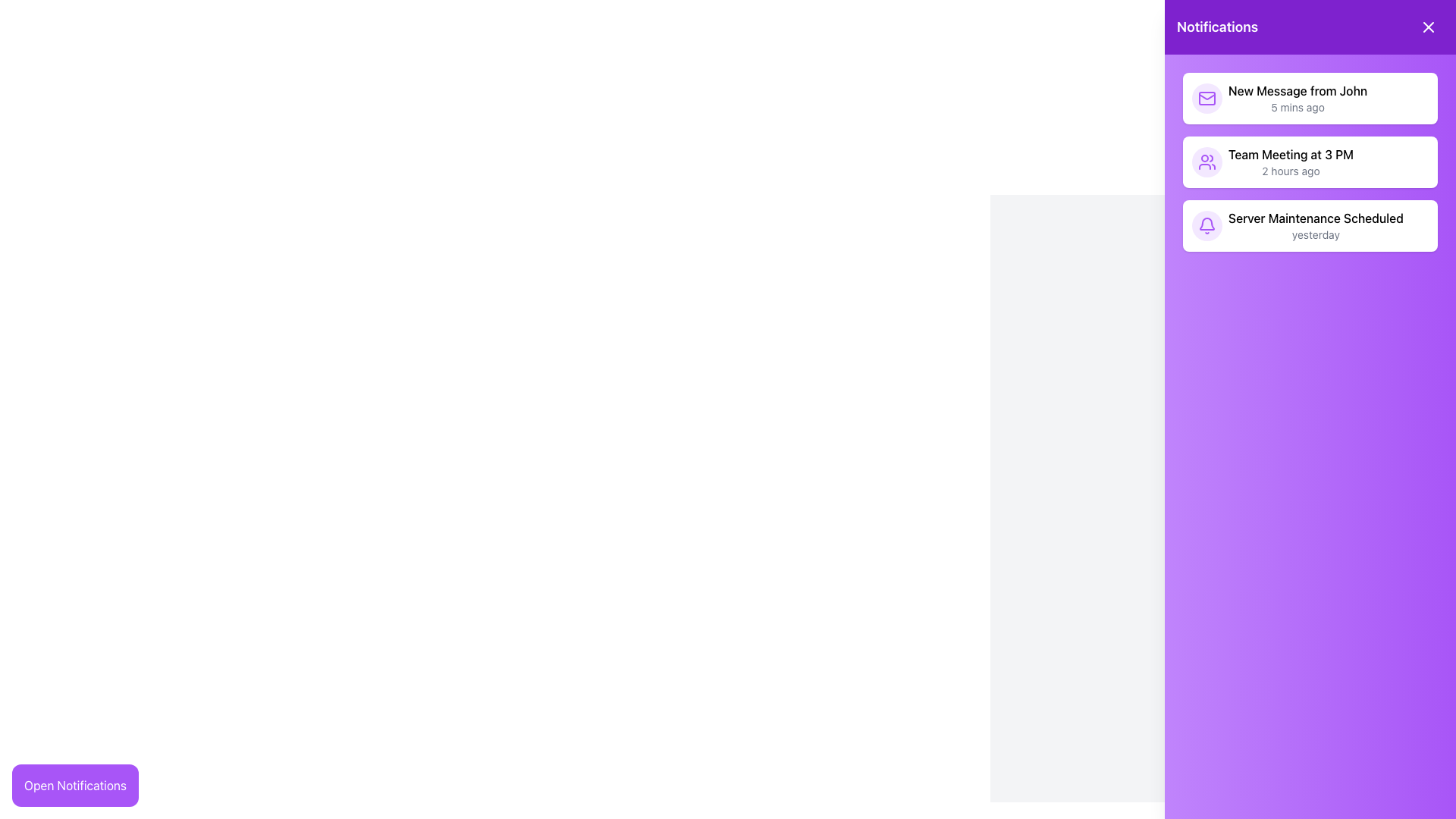 This screenshot has width=1456, height=819. Describe the element at coordinates (1272, 162) in the screenshot. I see `the notification item displaying 'Team Meeting at 3 PM' to interact and view details` at that location.